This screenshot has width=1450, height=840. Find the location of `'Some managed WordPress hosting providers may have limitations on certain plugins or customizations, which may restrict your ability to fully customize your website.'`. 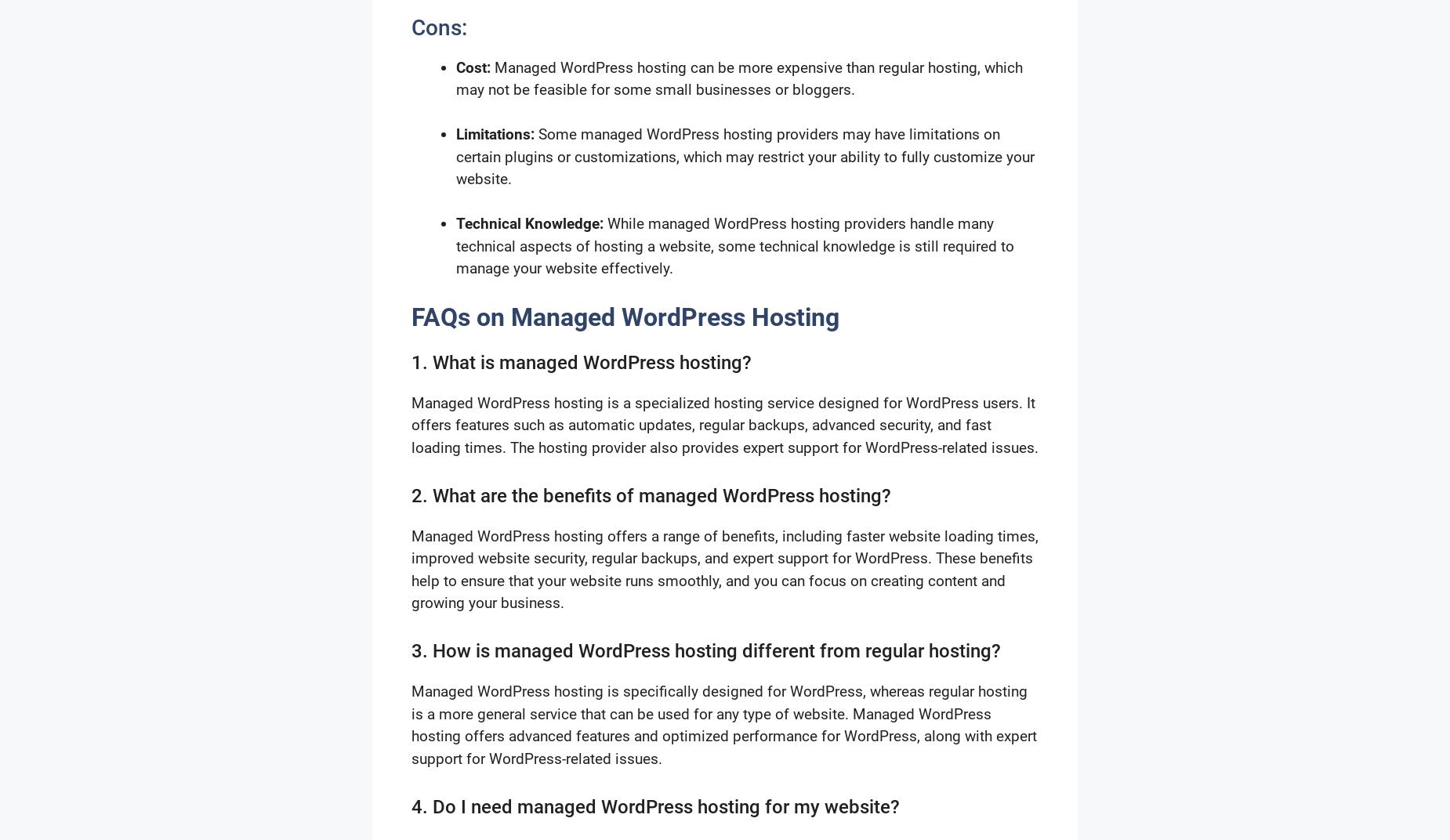

'Some managed WordPress hosting providers may have limitations on certain plugins or customizations, which may restrict your ability to fully customize your website.' is located at coordinates (745, 156).